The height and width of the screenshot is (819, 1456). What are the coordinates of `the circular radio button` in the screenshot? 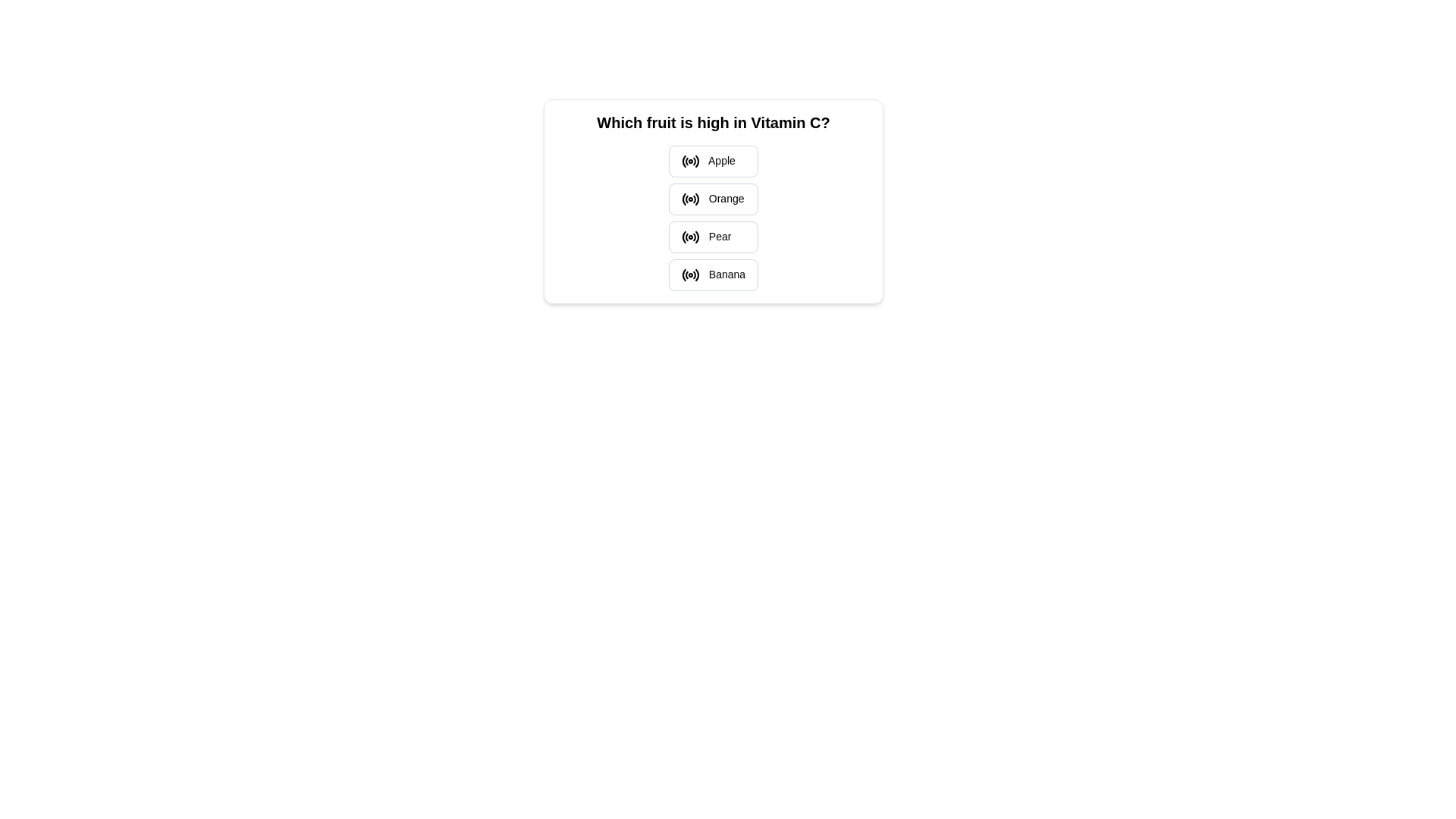 It's located at (689, 161).